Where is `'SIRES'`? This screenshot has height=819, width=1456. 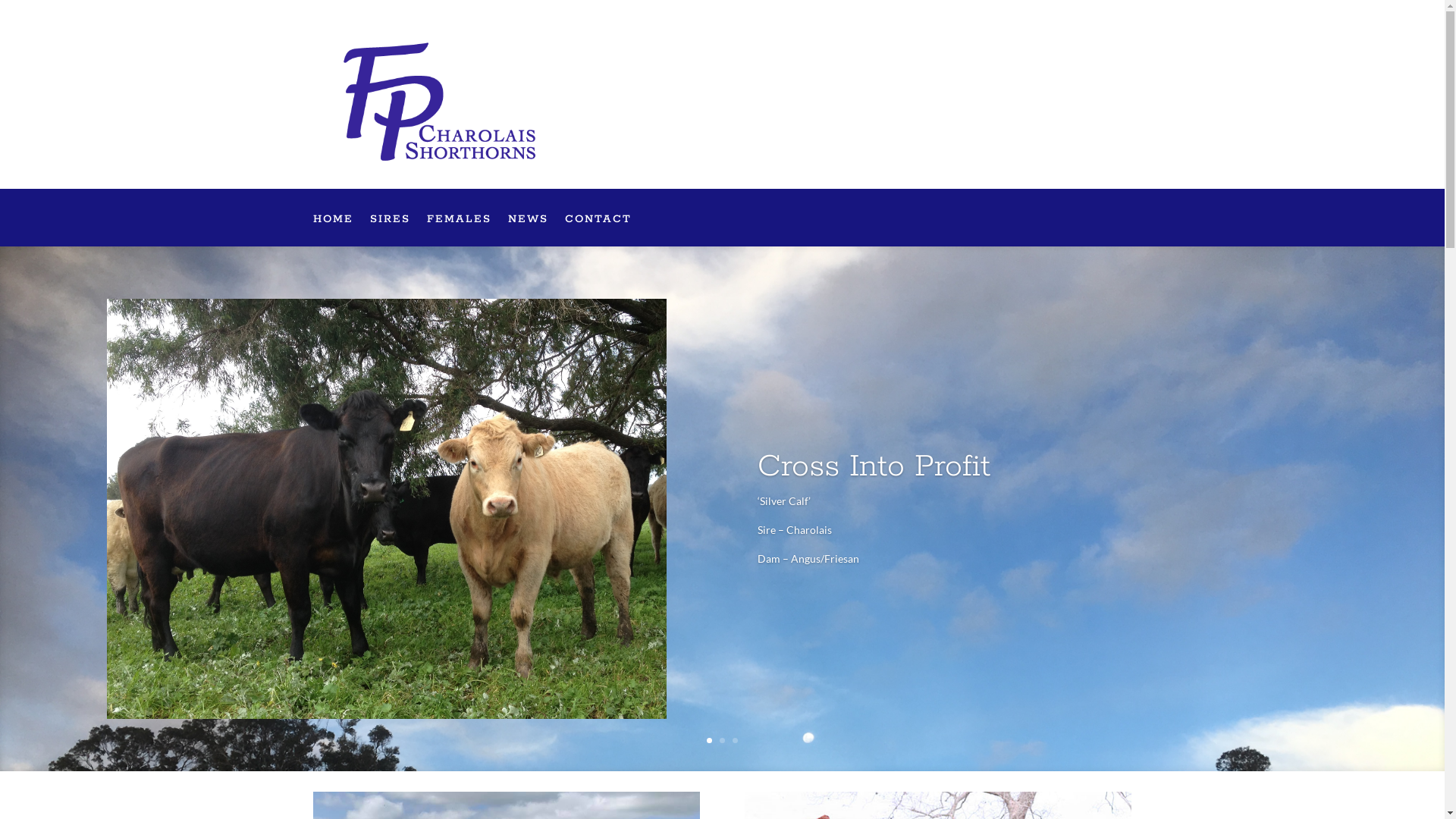
'SIRES' is located at coordinates (390, 230).